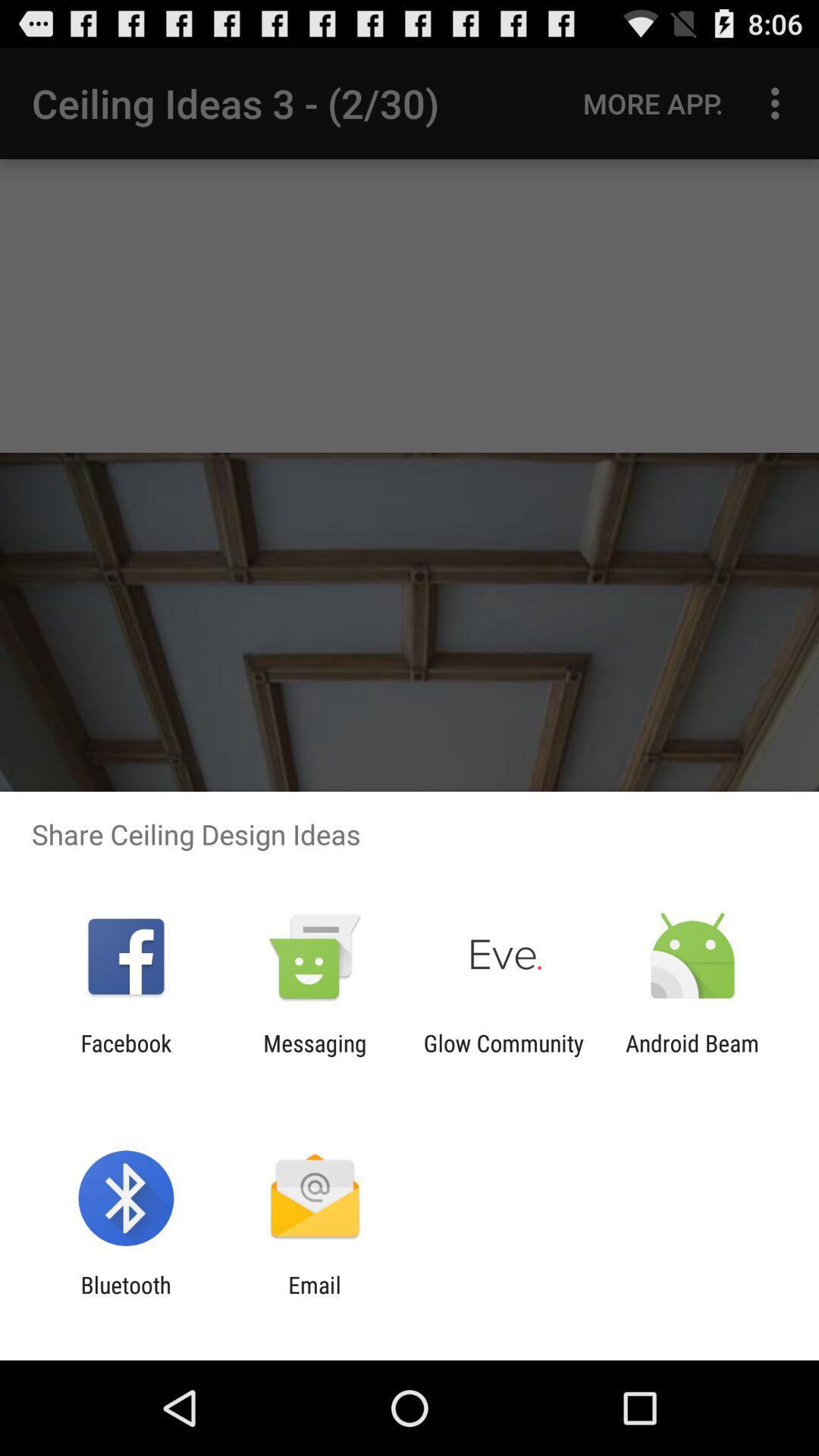 The height and width of the screenshot is (1456, 819). Describe the element at coordinates (314, 1056) in the screenshot. I see `the messaging icon` at that location.